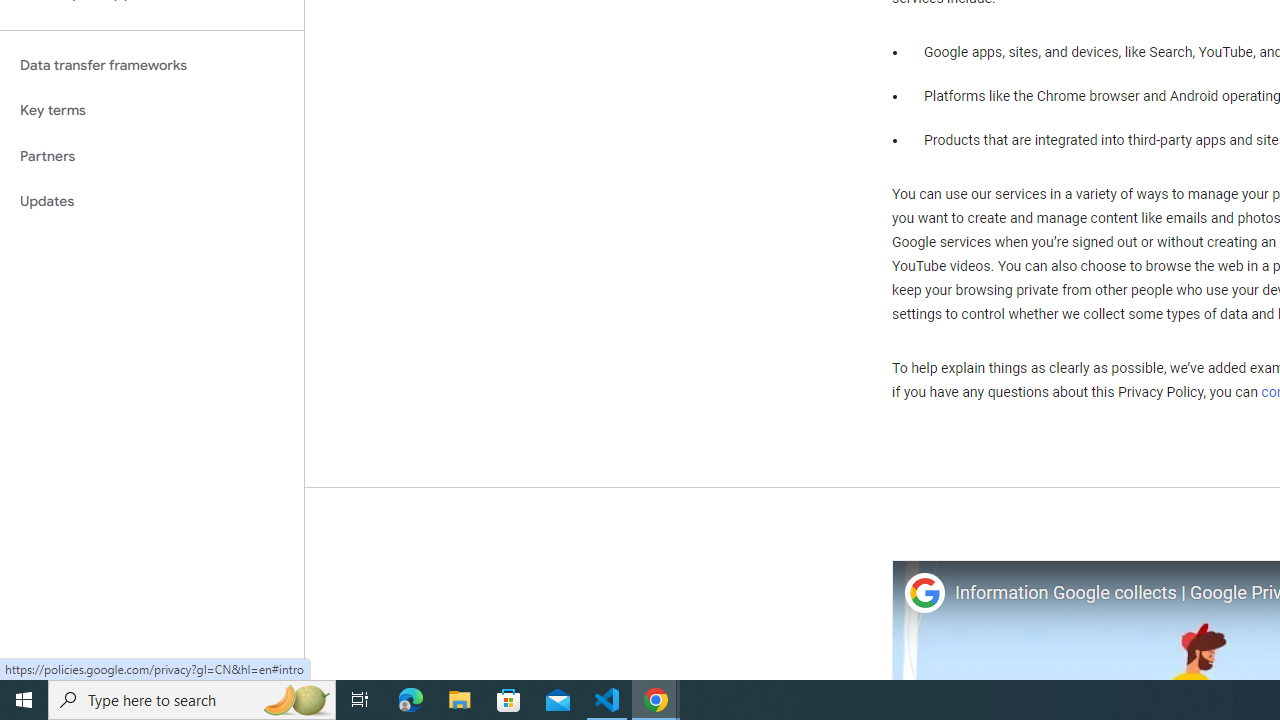  What do you see at coordinates (151, 64) in the screenshot?
I see `'Data transfer frameworks'` at bounding box center [151, 64].